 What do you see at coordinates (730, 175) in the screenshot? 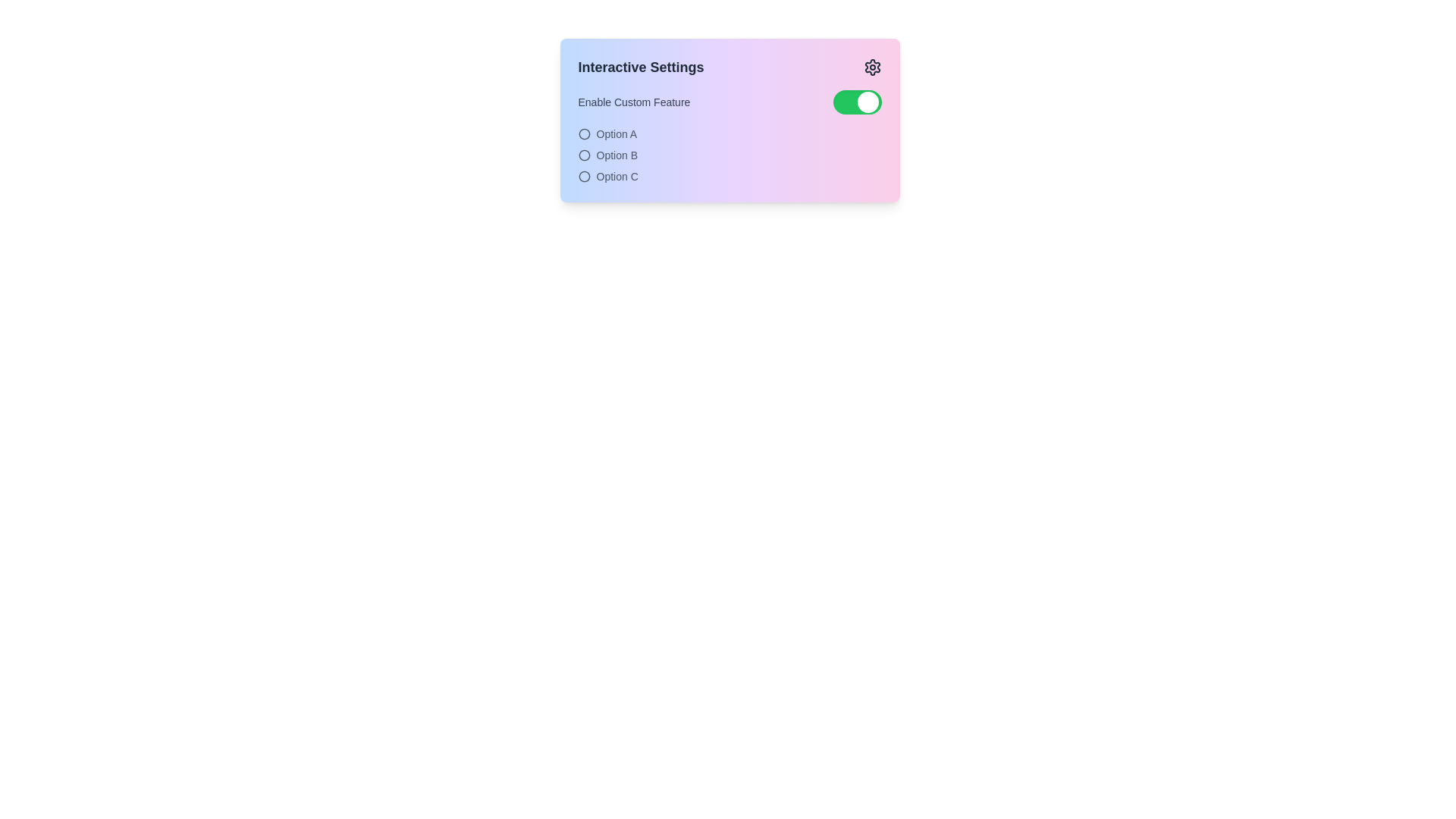
I see `the radio button labeled 'Option C'` at bounding box center [730, 175].